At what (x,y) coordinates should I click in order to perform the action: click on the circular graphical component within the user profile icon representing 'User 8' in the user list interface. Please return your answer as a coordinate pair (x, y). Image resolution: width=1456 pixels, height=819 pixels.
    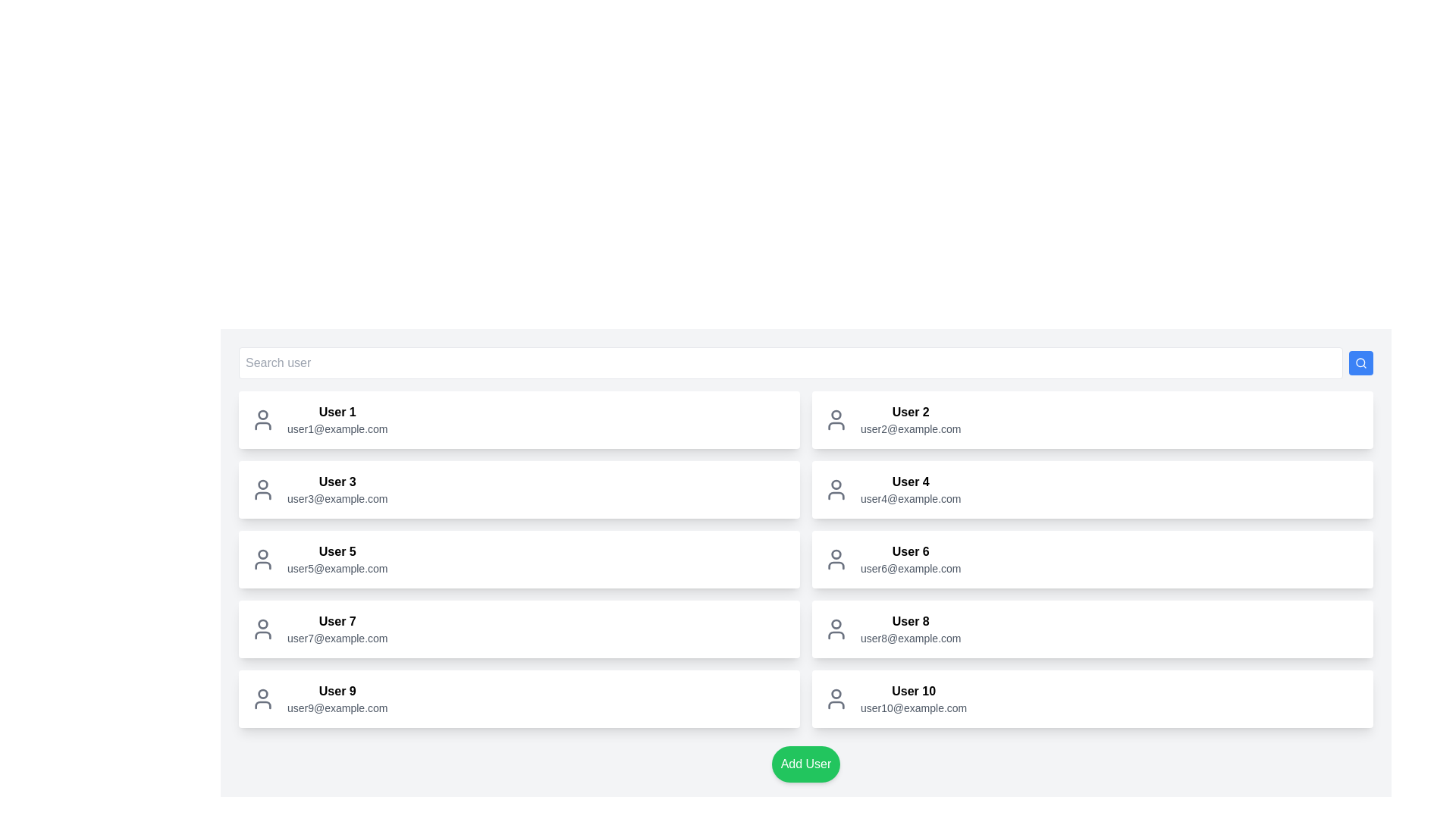
    Looking at the image, I should click on (836, 623).